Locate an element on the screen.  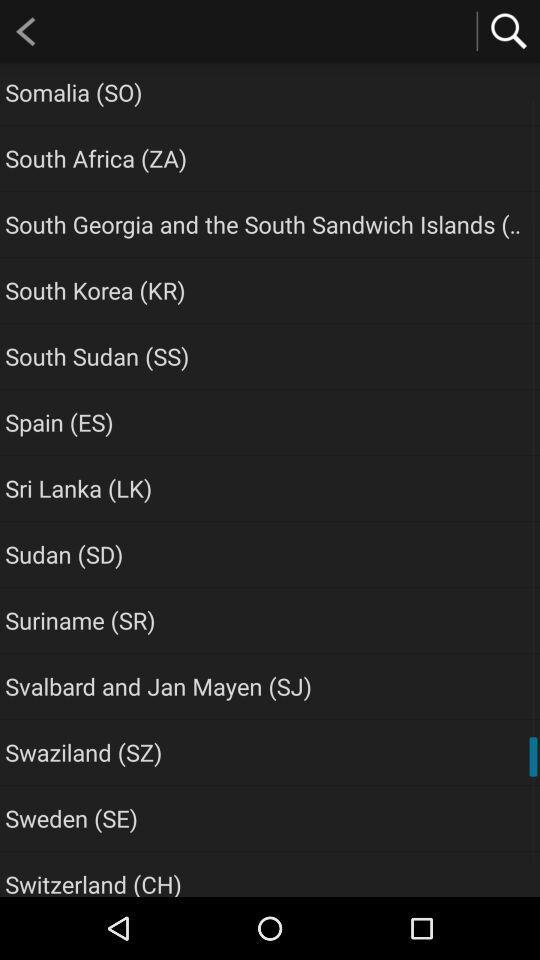
the app above south georgia and is located at coordinates (95, 157).